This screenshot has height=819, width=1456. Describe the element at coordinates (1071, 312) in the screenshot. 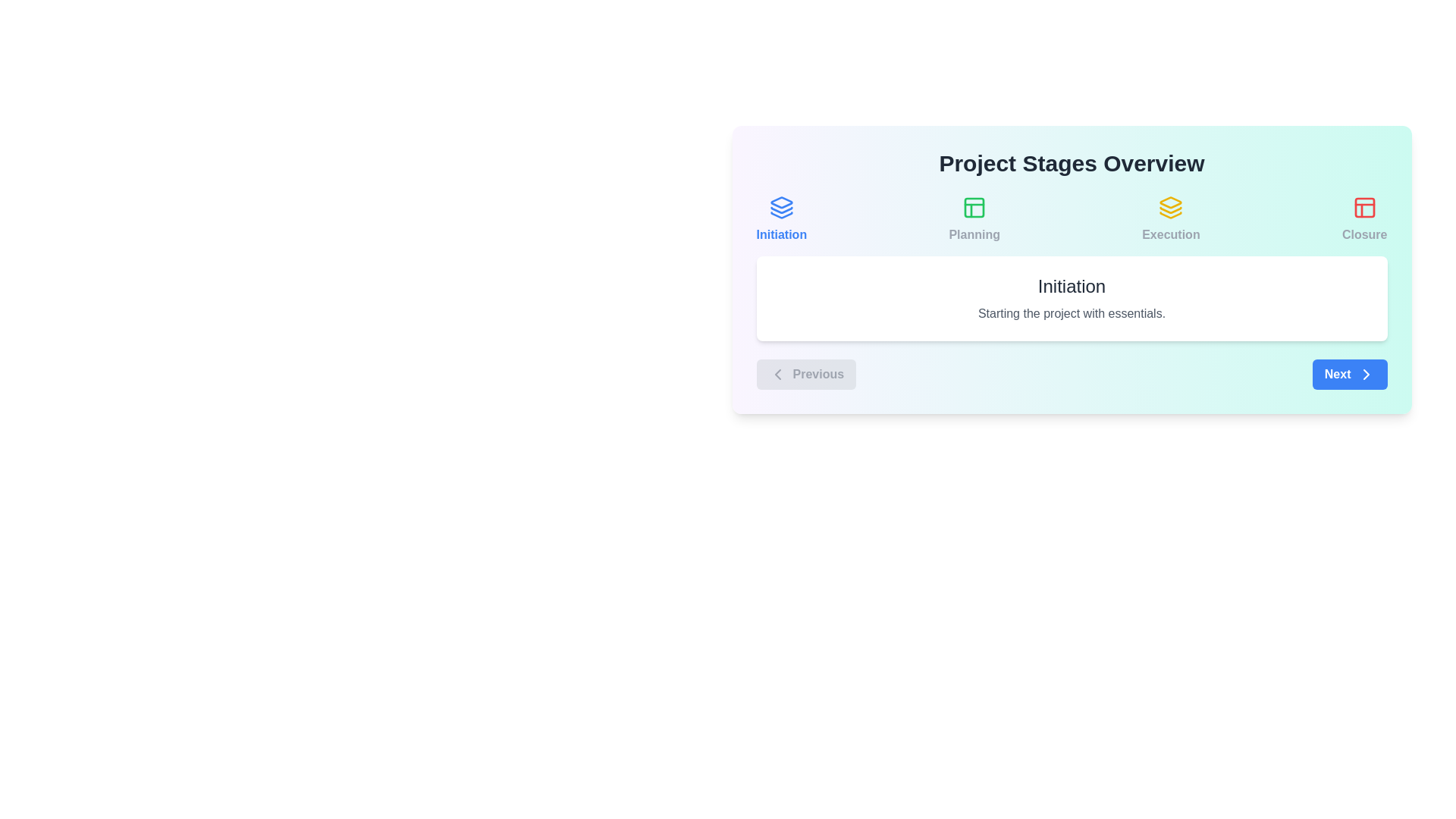

I see `the Text Label displaying 'Starting the project with essentials.' located below the header 'Initiation'` at that location.